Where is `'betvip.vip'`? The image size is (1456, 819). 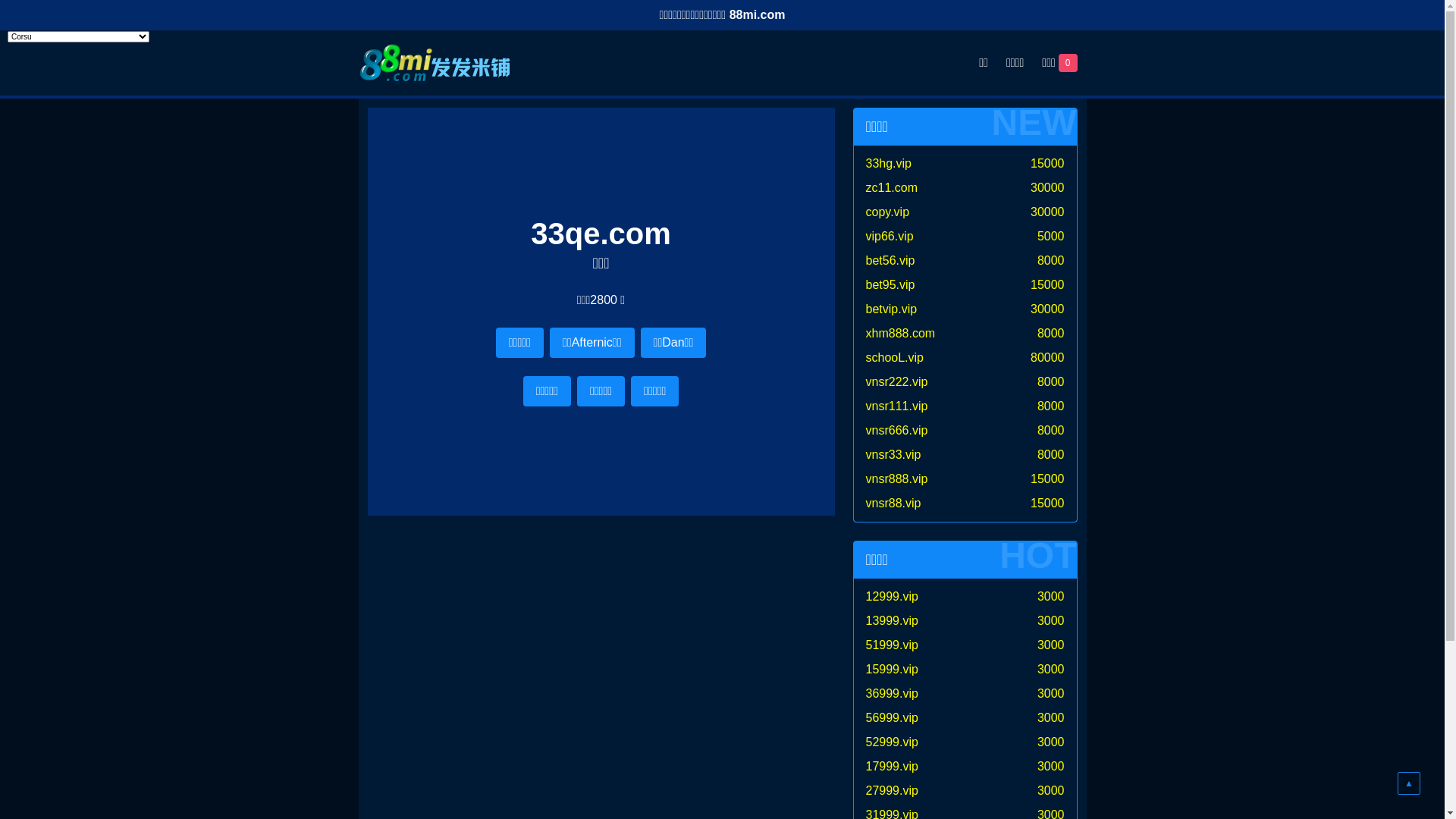
'betvip.vip' is located at coordinates (892, 308).